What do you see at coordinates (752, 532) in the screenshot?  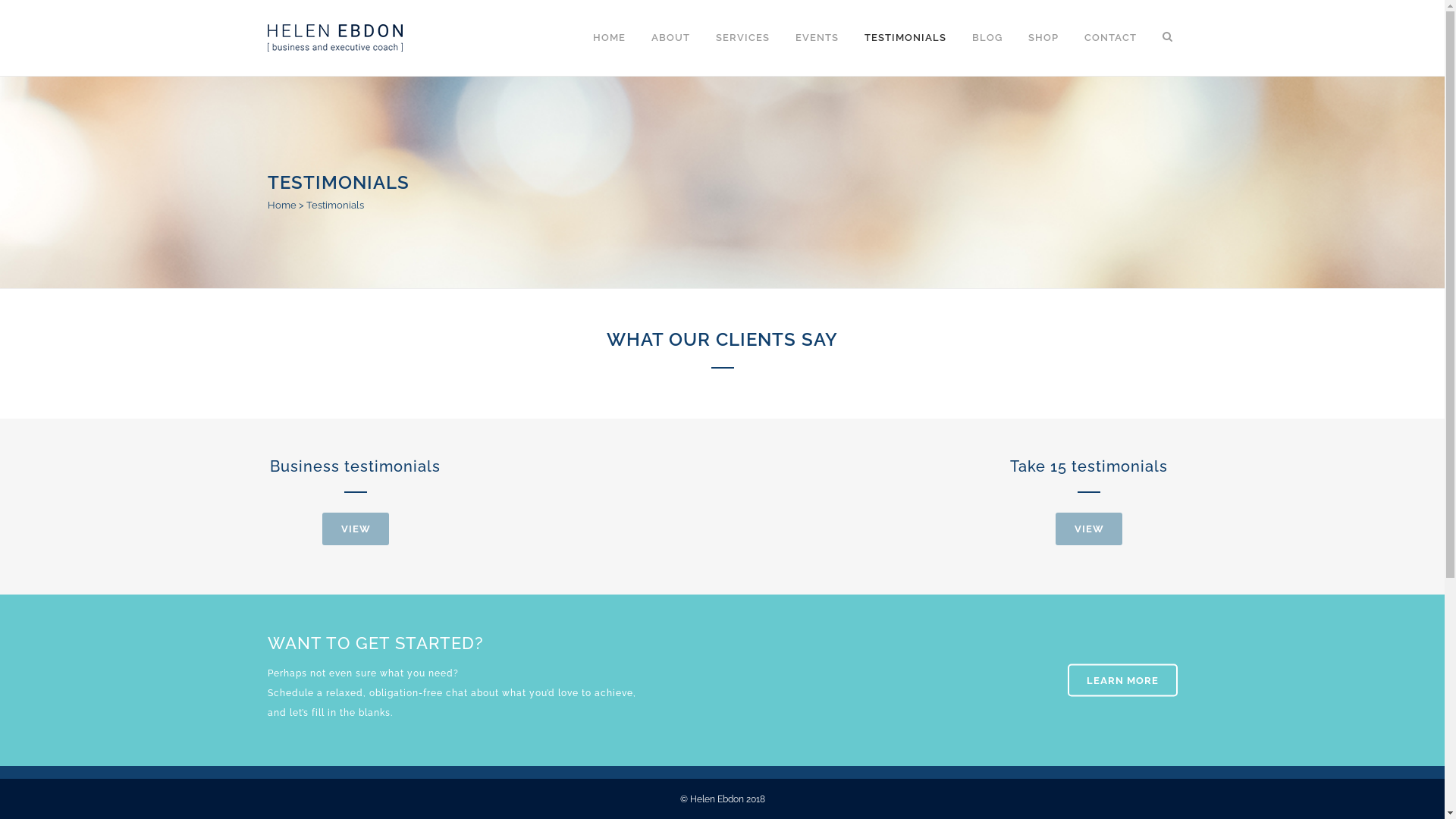 I see `'About'` at bounding box center [752, 532].